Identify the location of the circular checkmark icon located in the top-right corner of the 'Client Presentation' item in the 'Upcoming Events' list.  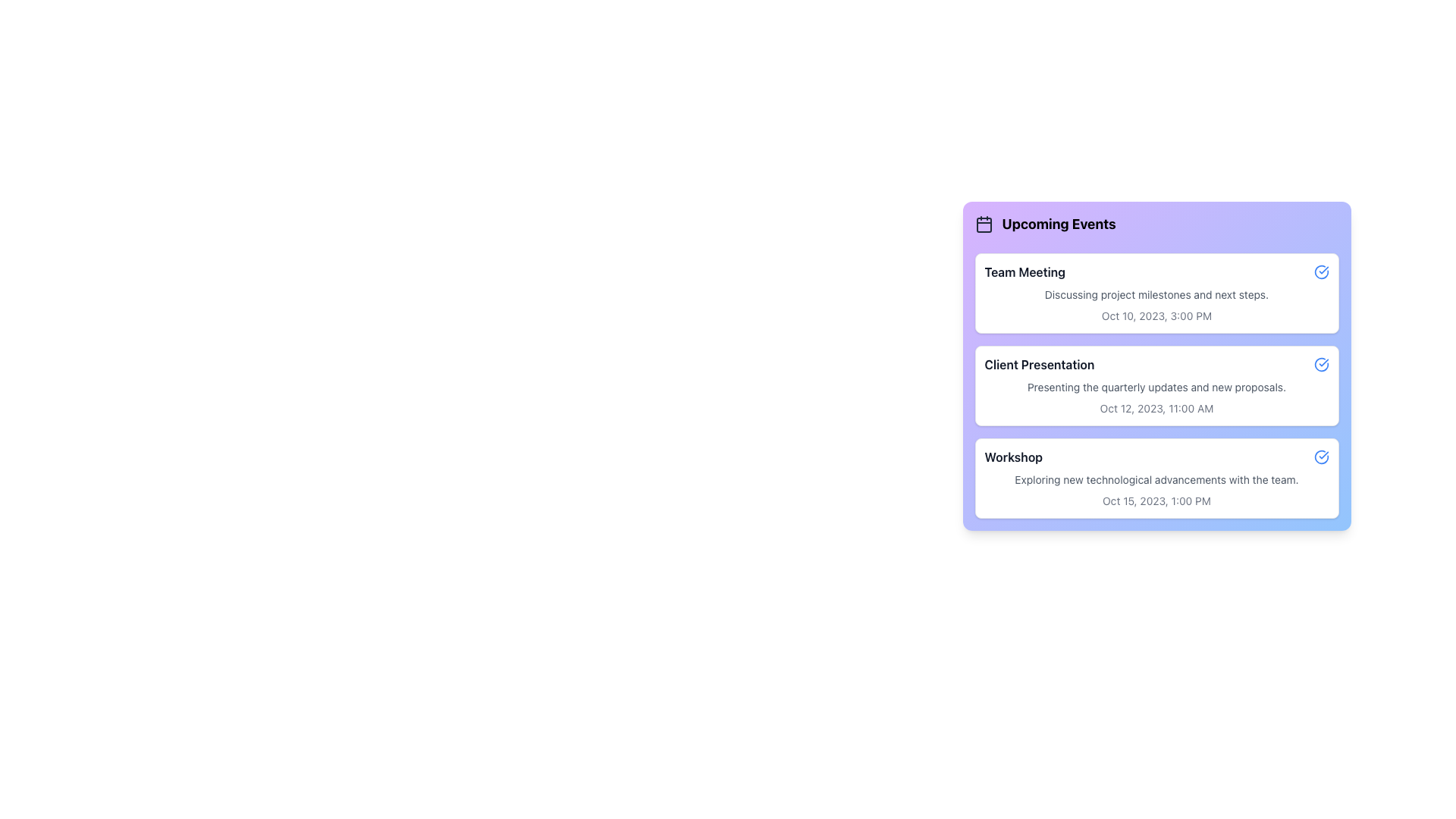
(1320, 365).